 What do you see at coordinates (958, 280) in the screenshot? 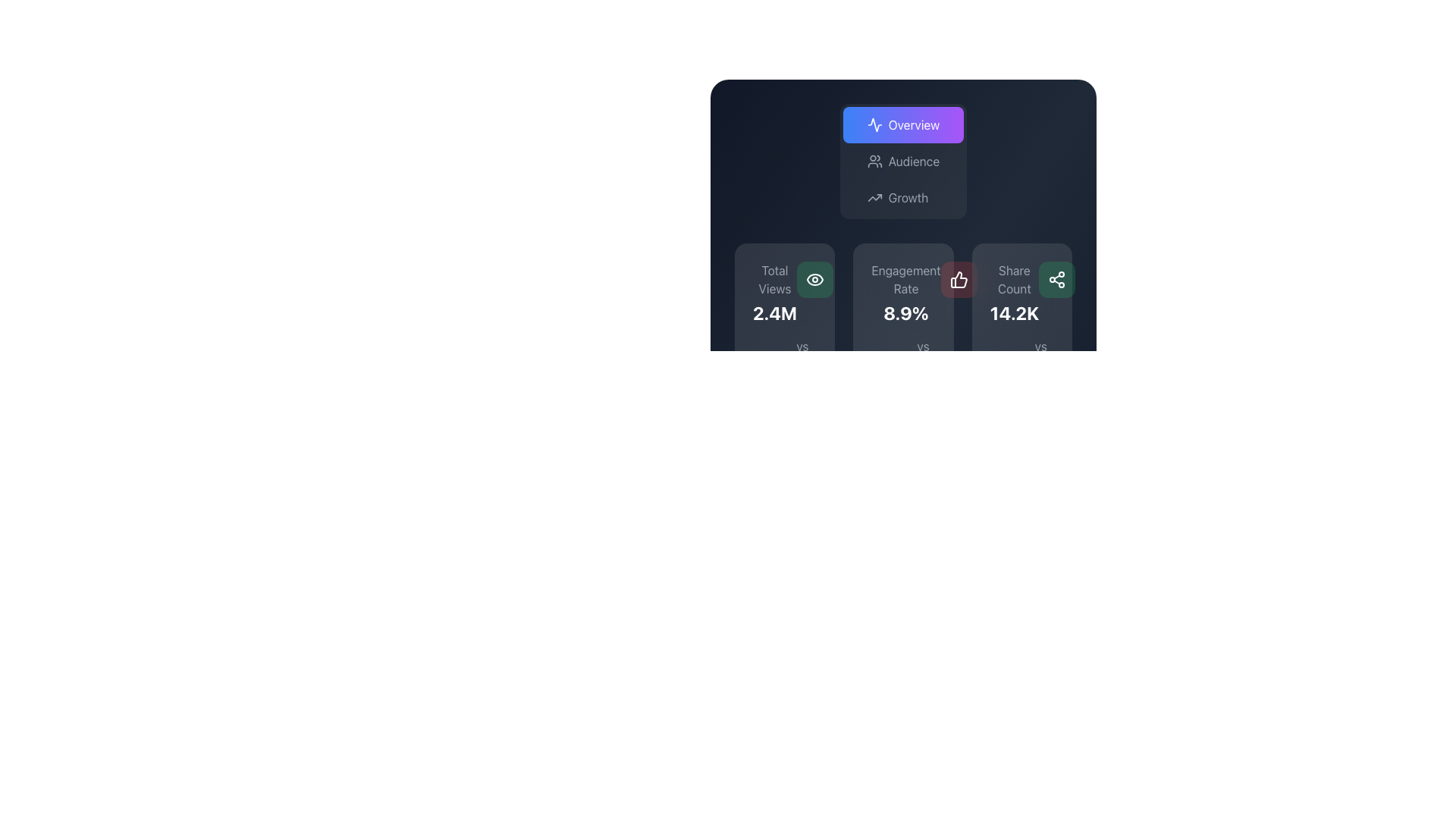
I see `the graphical icon representing the liking or approval functionality in the Engagement Rate section, located centrally in the second column of the card-like statistics section` at bounding box center [958, 280].